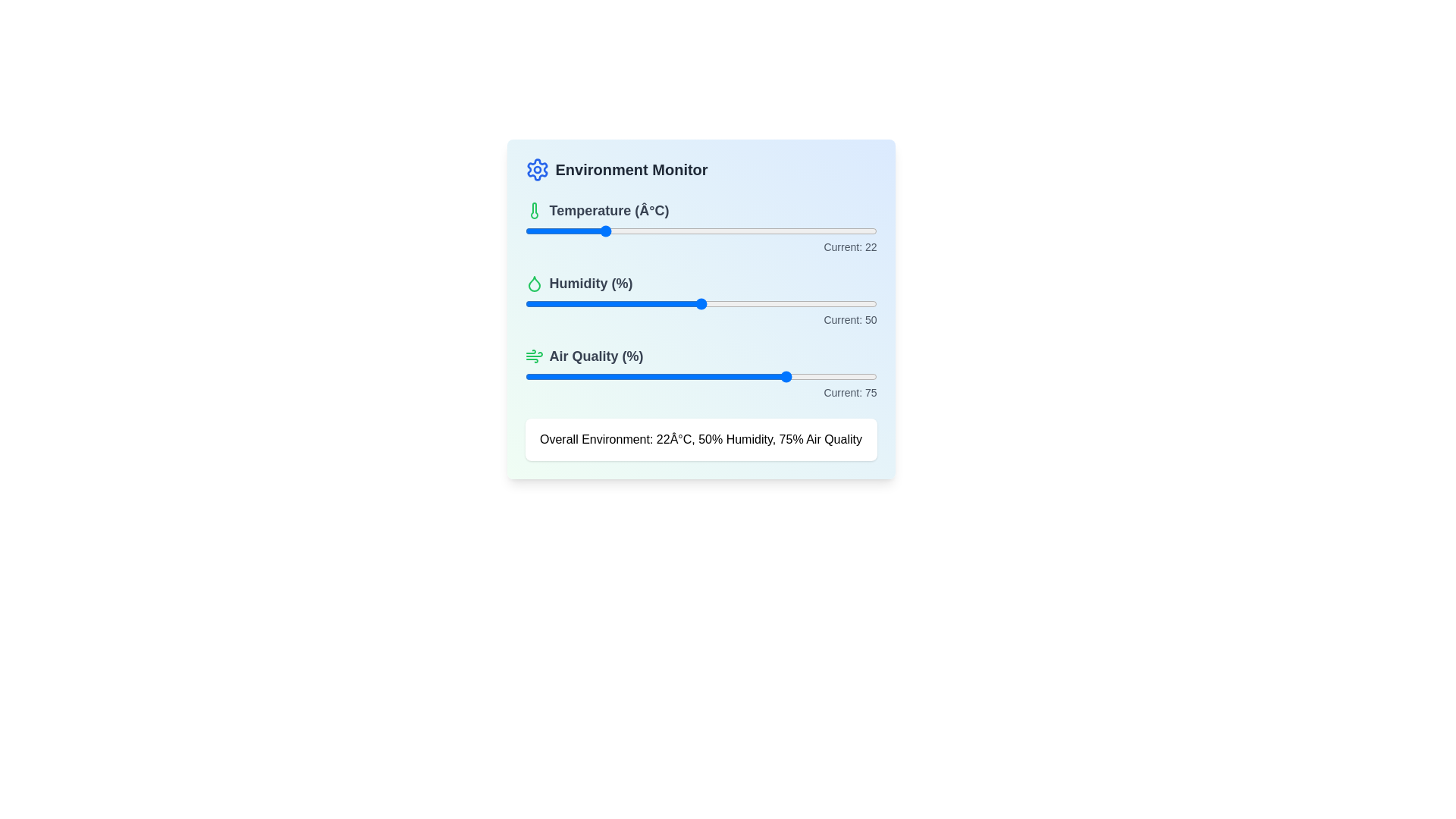 The width and height of the screenshot is (1456, 819). I want to click on the humidity slider to 56%, so click(721, 304).